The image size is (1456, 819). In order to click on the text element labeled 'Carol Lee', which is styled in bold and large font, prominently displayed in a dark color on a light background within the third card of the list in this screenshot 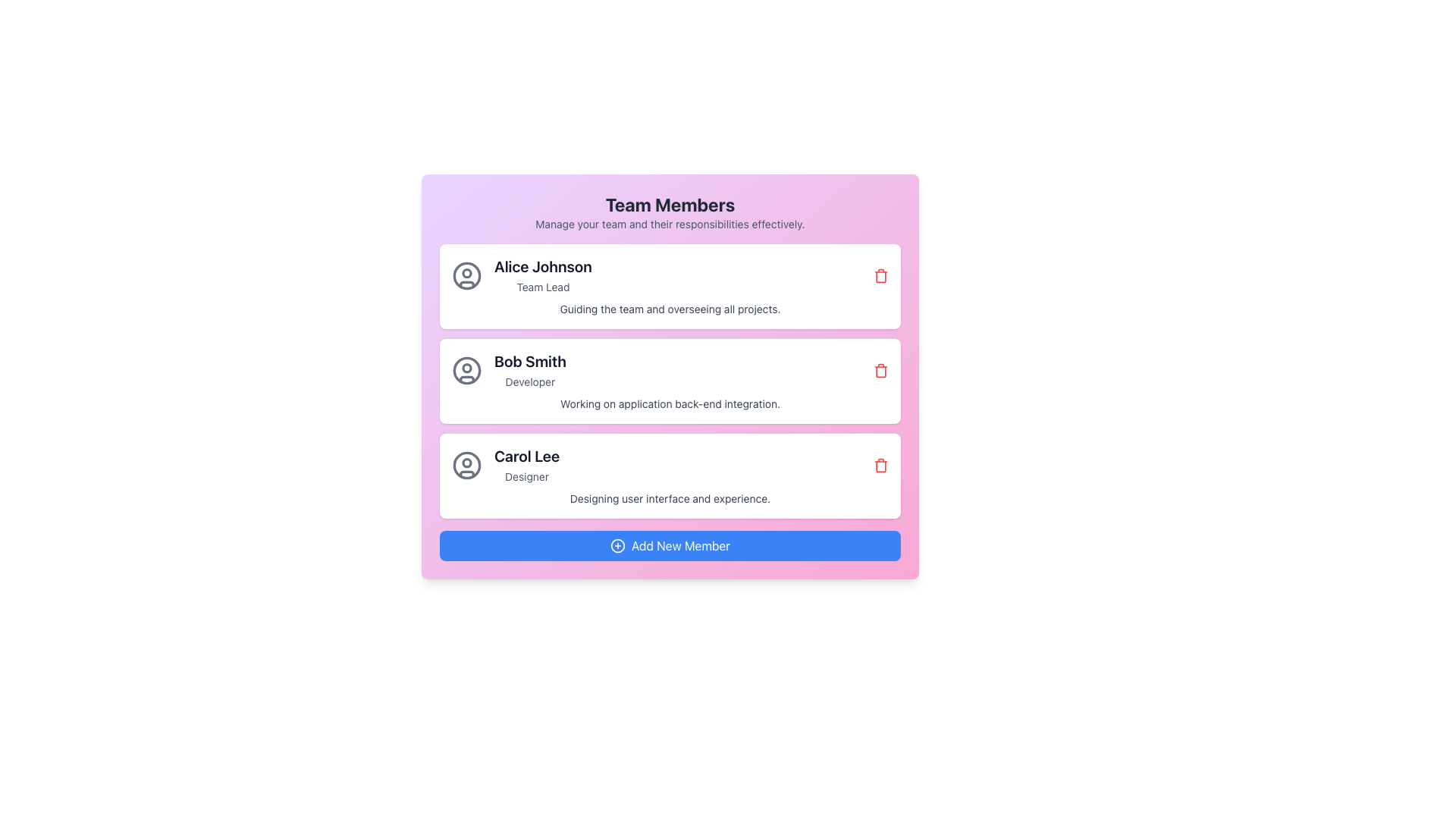, I will do `click(527, 455)`.